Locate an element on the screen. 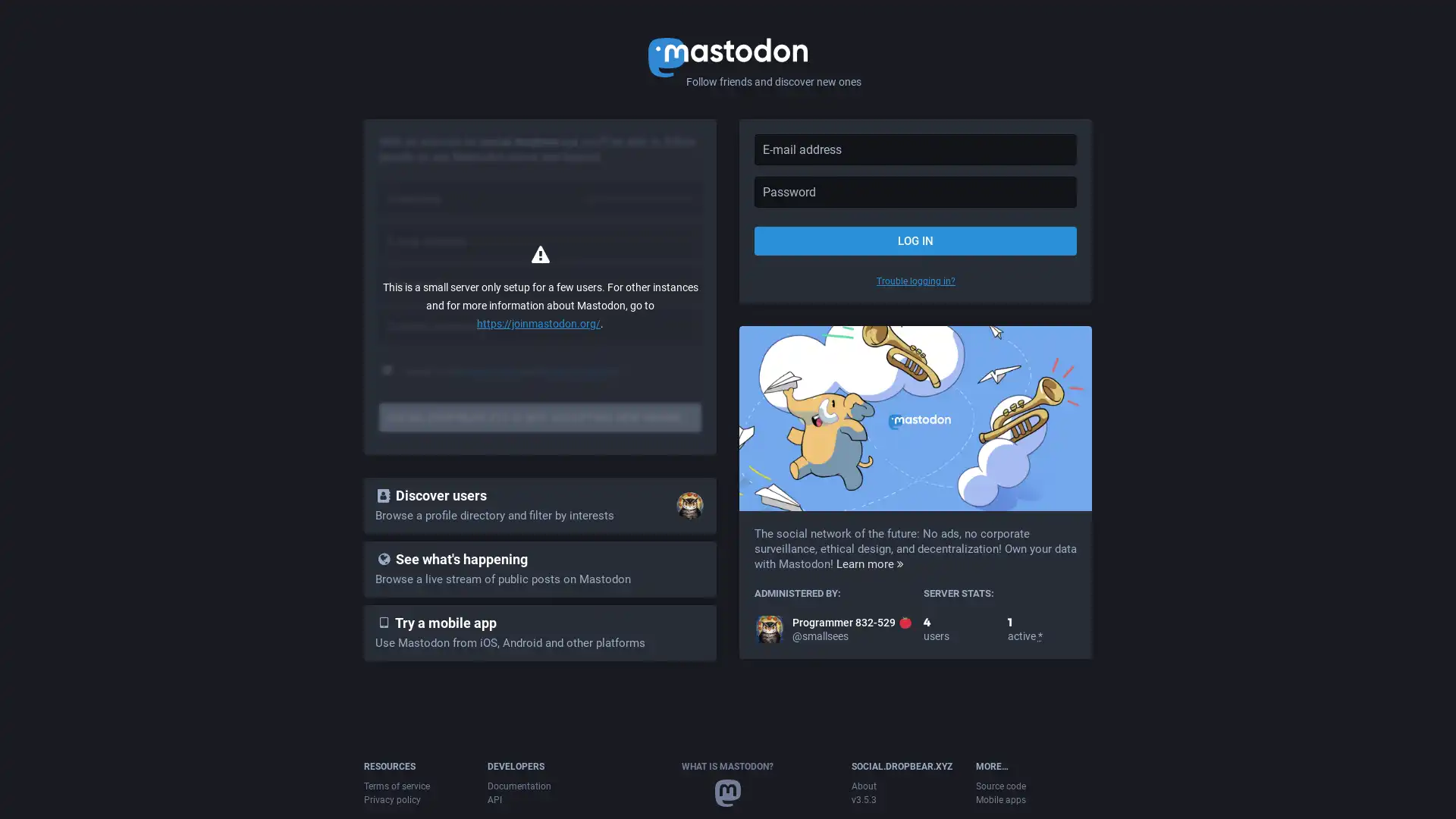  LOG IN is located at coordinates (915, 240).